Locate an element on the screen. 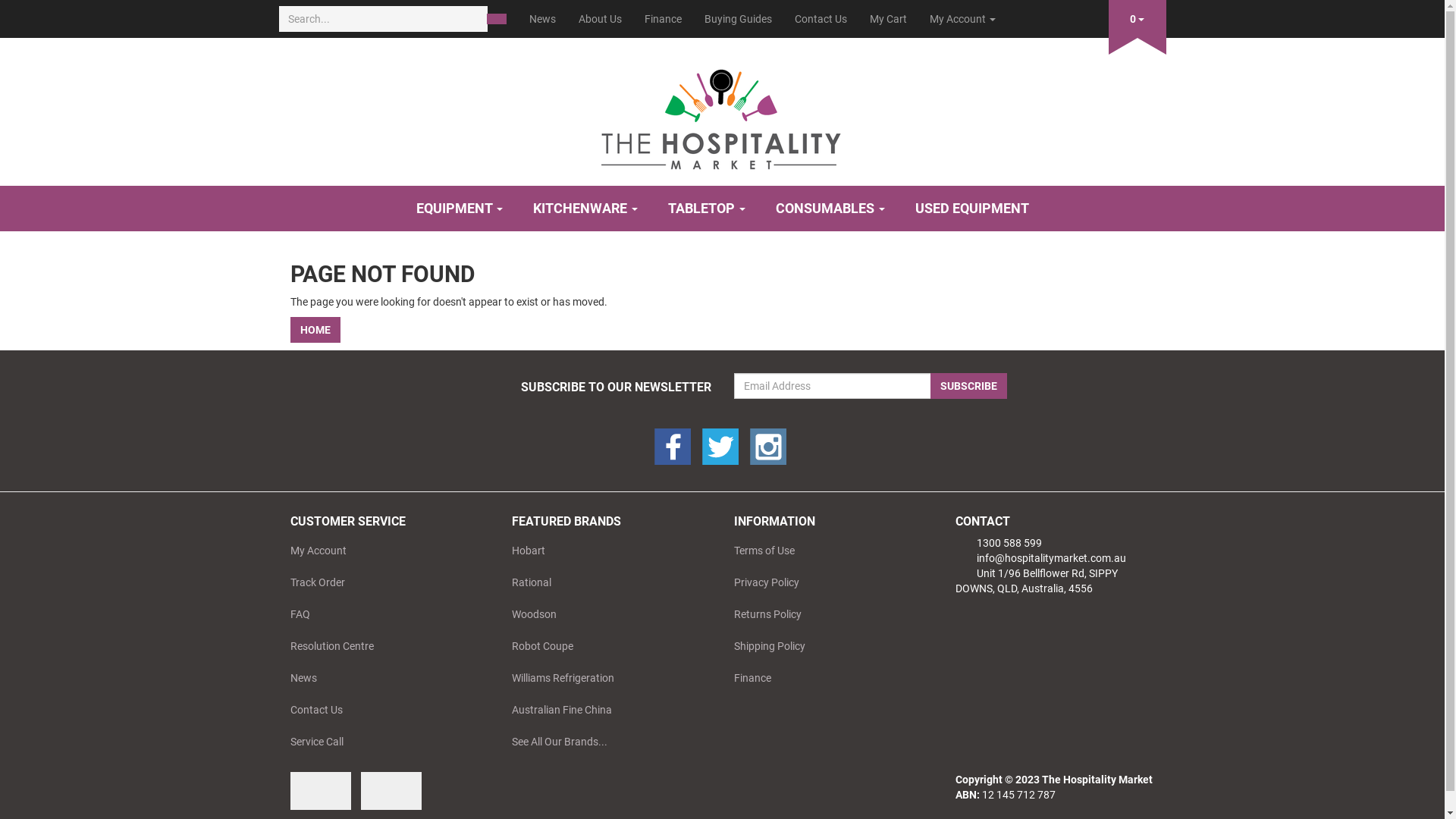 The height and width of the screenshot is (819, 1456). 'Search' is located at coordinates (496, 18).